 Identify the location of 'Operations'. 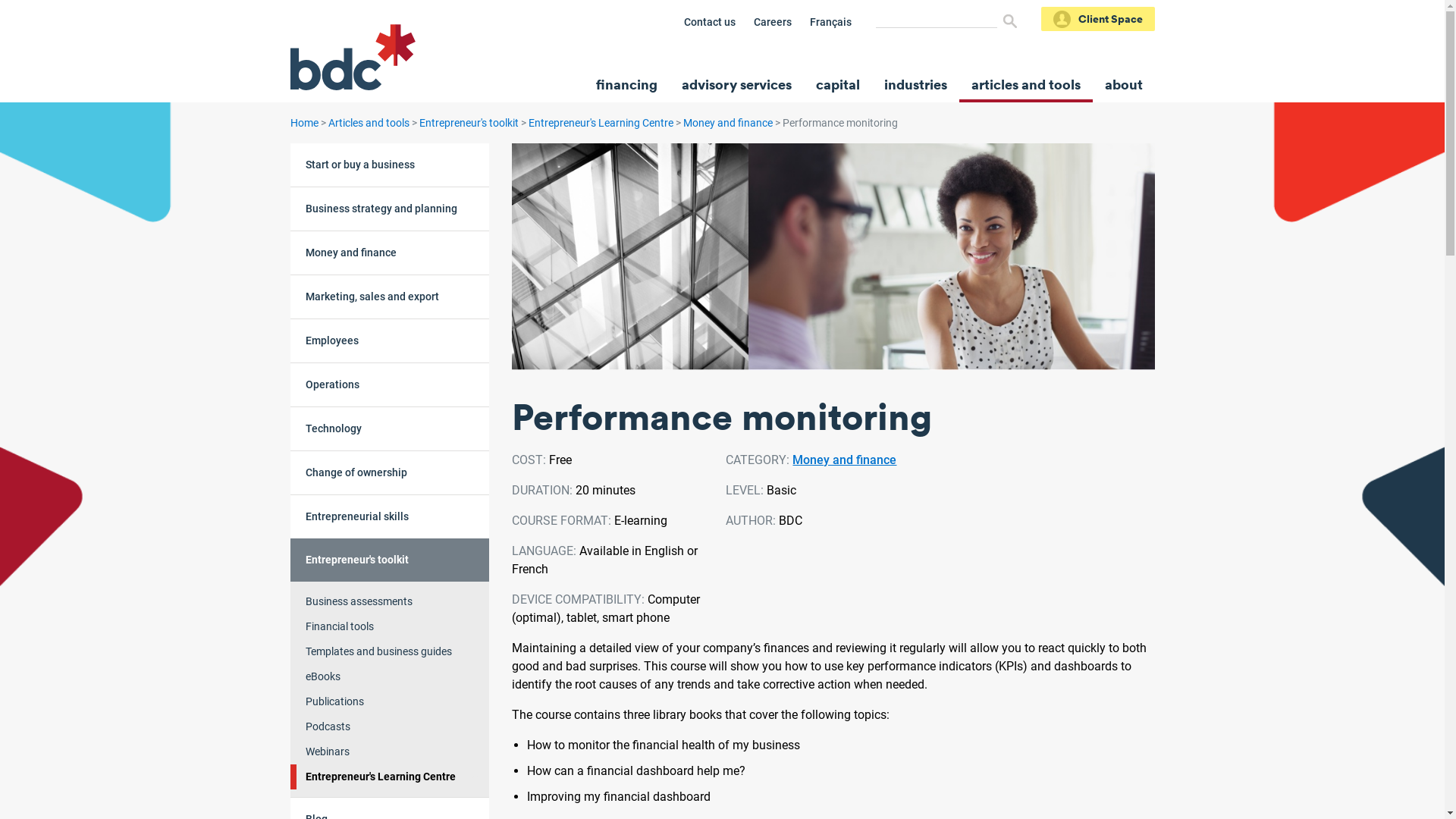
(389, 383).